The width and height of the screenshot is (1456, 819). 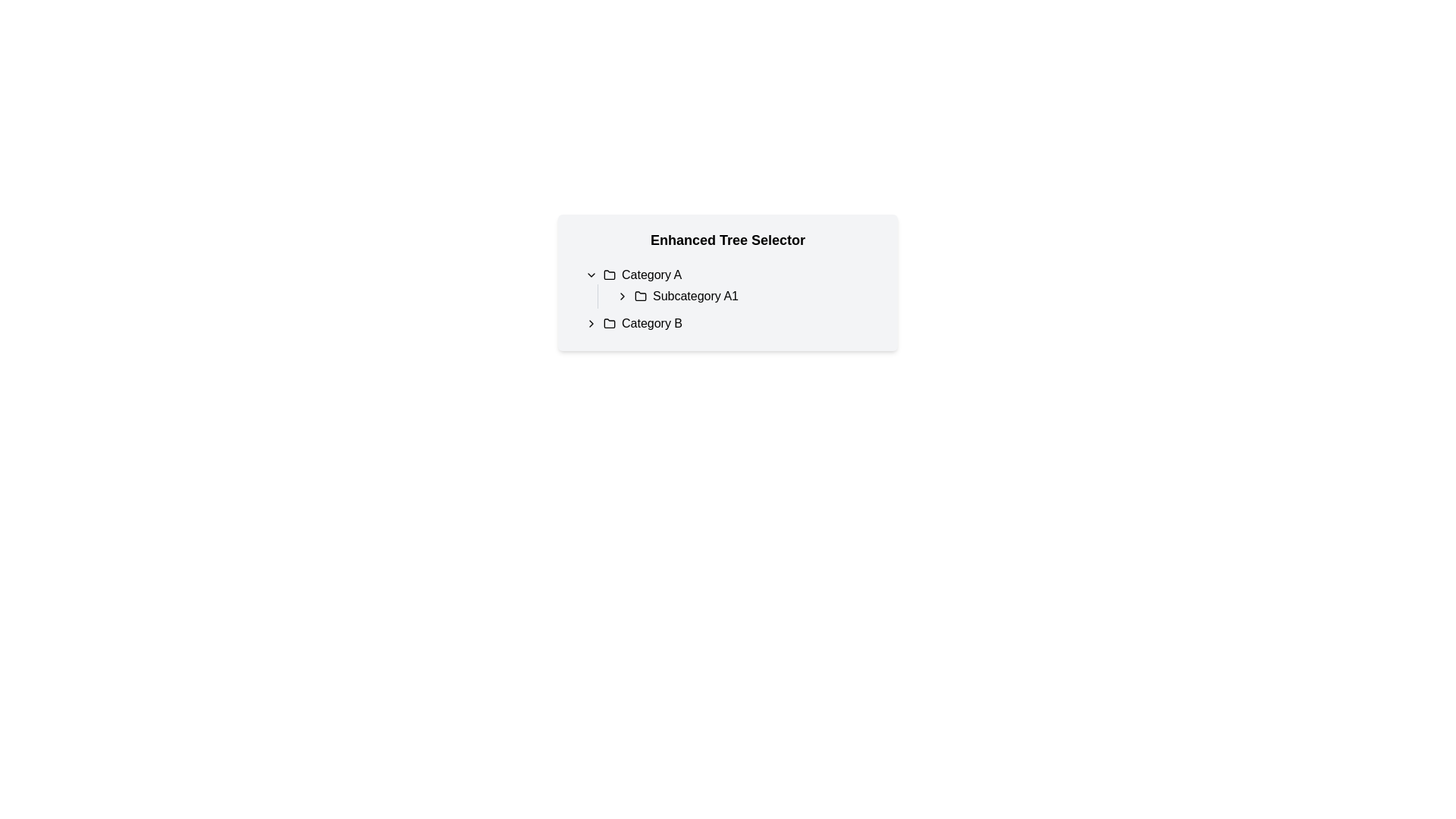 What do you see at coordinates (622, 296) in the screenshot?
I see `the chevron-right icon button located to the left of the 'Subcategory A1' text` at bounding box center [622, 296].